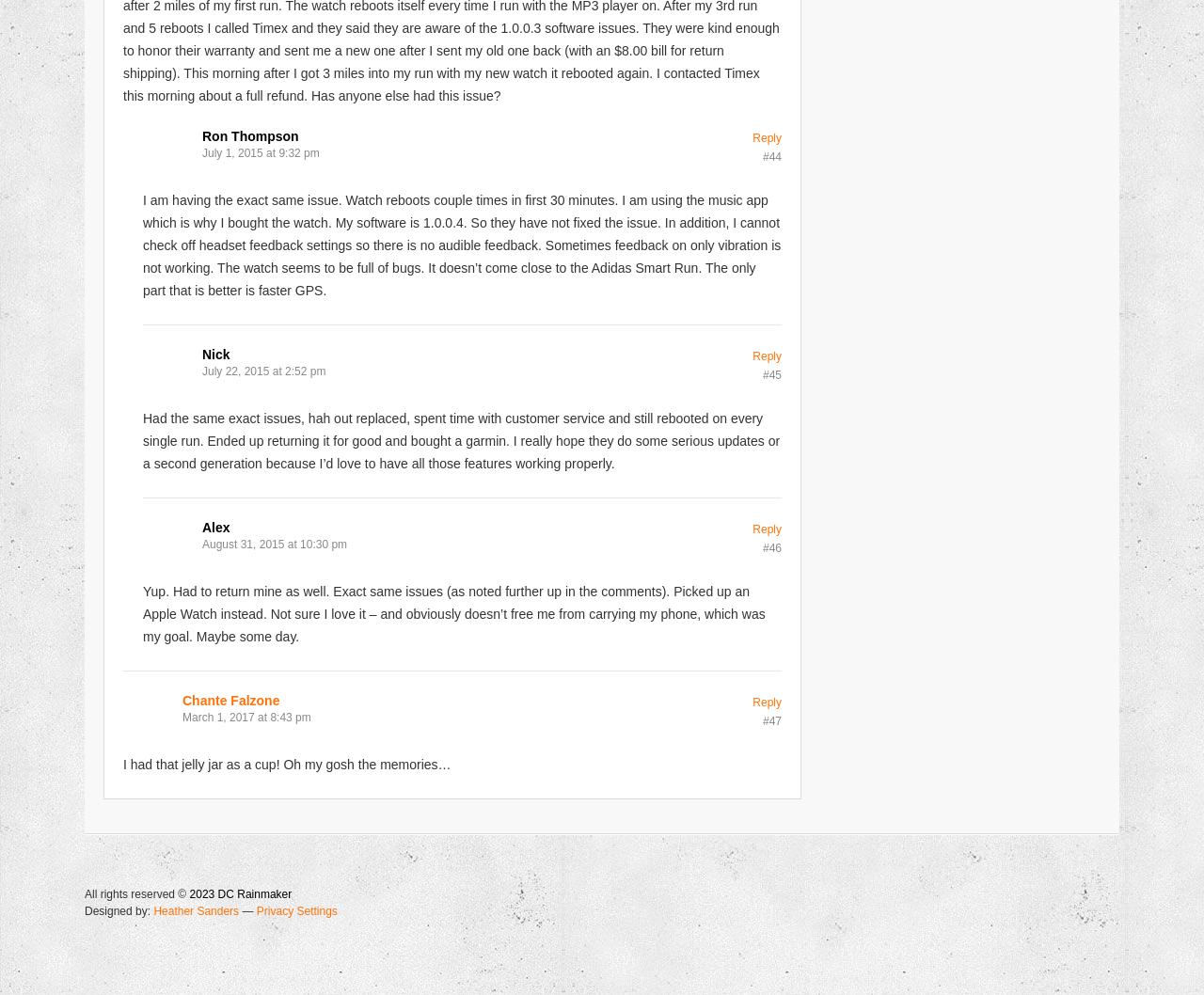 The width and height of the screenshot is (1204, 995). Describe the element at coordinates (196, 909) in the screenshot. I see `'Heather Sanders'` at that location.